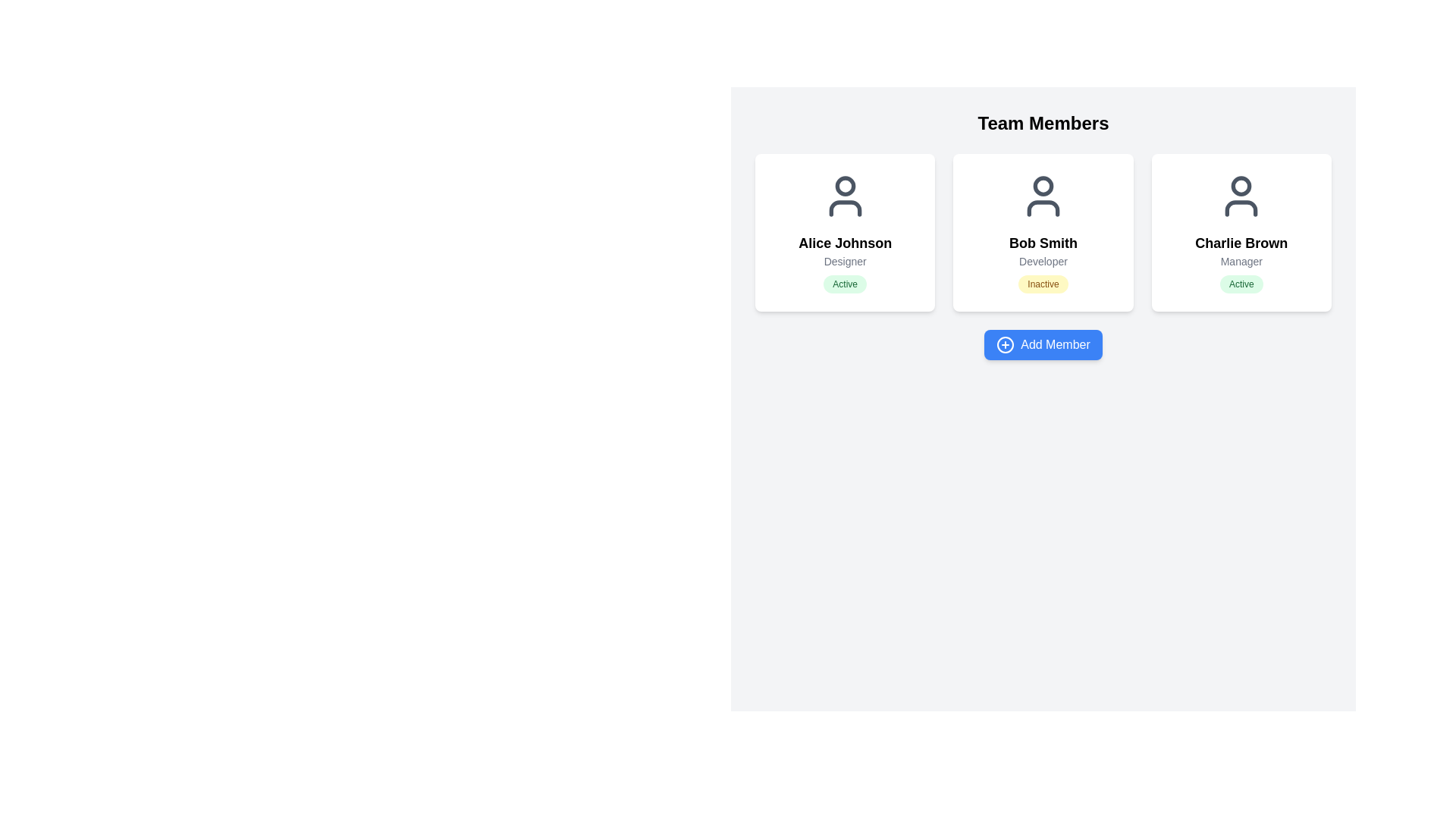 The width and height of the screenshot is (1456, 819). I want to click on the first User profile card displaying information about a team member, located in the grid under the header 'Team Members', so click(844, 233).